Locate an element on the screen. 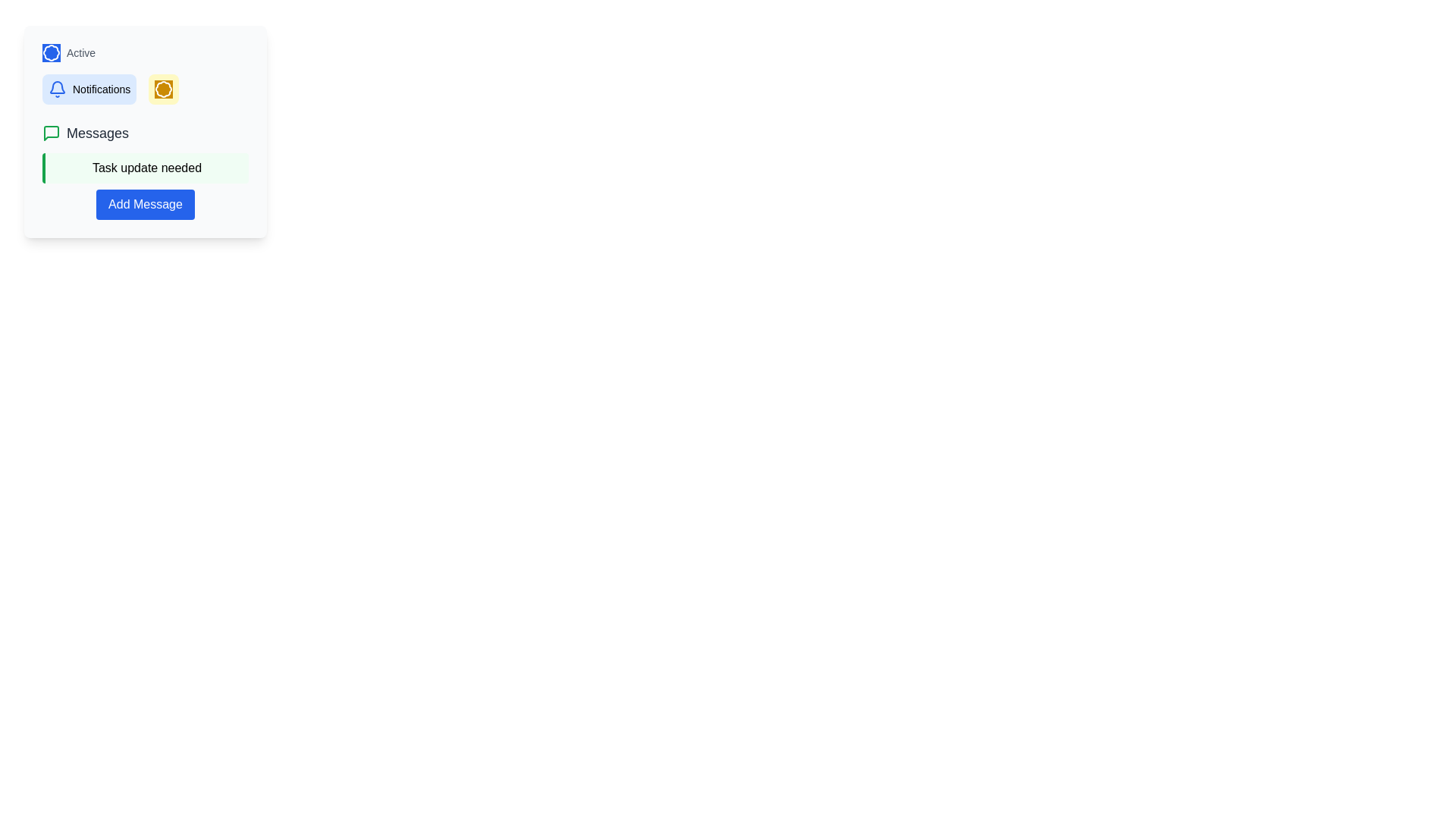 This screenshot has width=1456, height=819. the Status Badge, which is a square badge with a yellow background and a flower-like icon, located to the right of the 'Notifications' text is located at coordinates (164, 89).